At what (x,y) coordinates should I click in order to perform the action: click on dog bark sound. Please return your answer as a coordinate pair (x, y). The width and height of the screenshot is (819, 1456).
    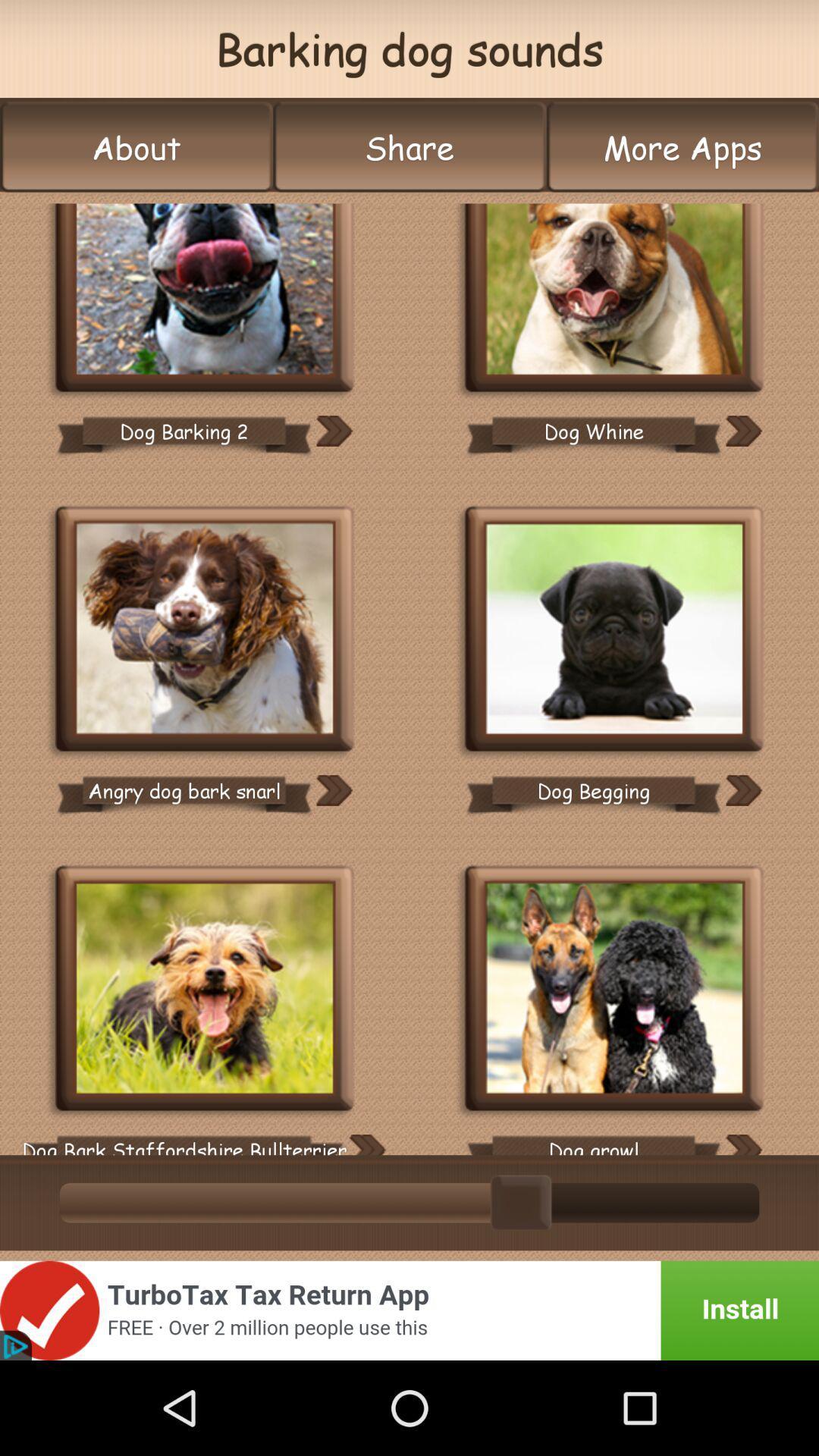
    Looking at the image, I should click on (205, 631).